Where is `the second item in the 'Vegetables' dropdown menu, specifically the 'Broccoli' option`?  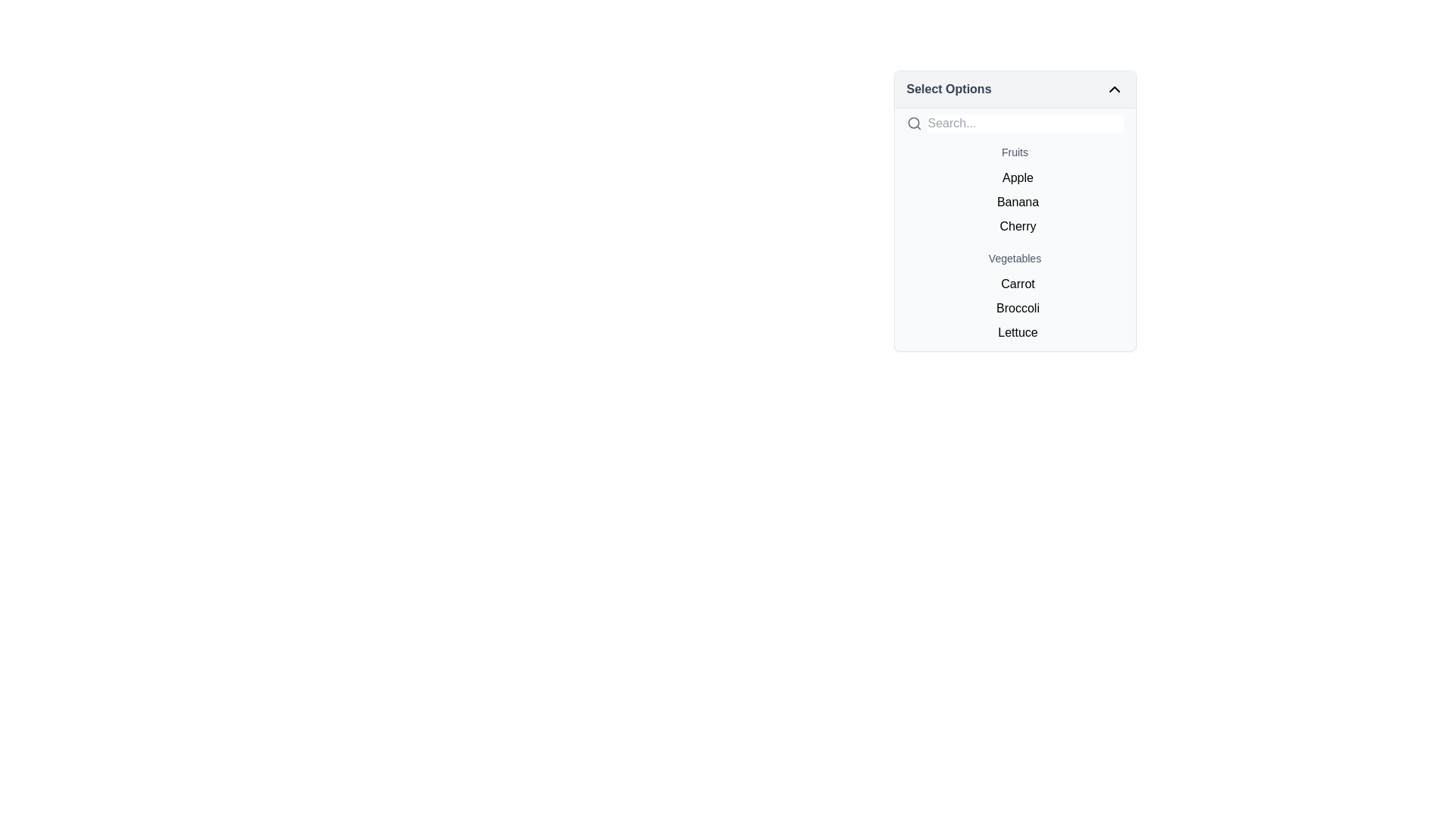 the second item in the 'Vegetables' dropdown menu, specifically the 'Broccoli' option is located at coordinates (1018, 308).